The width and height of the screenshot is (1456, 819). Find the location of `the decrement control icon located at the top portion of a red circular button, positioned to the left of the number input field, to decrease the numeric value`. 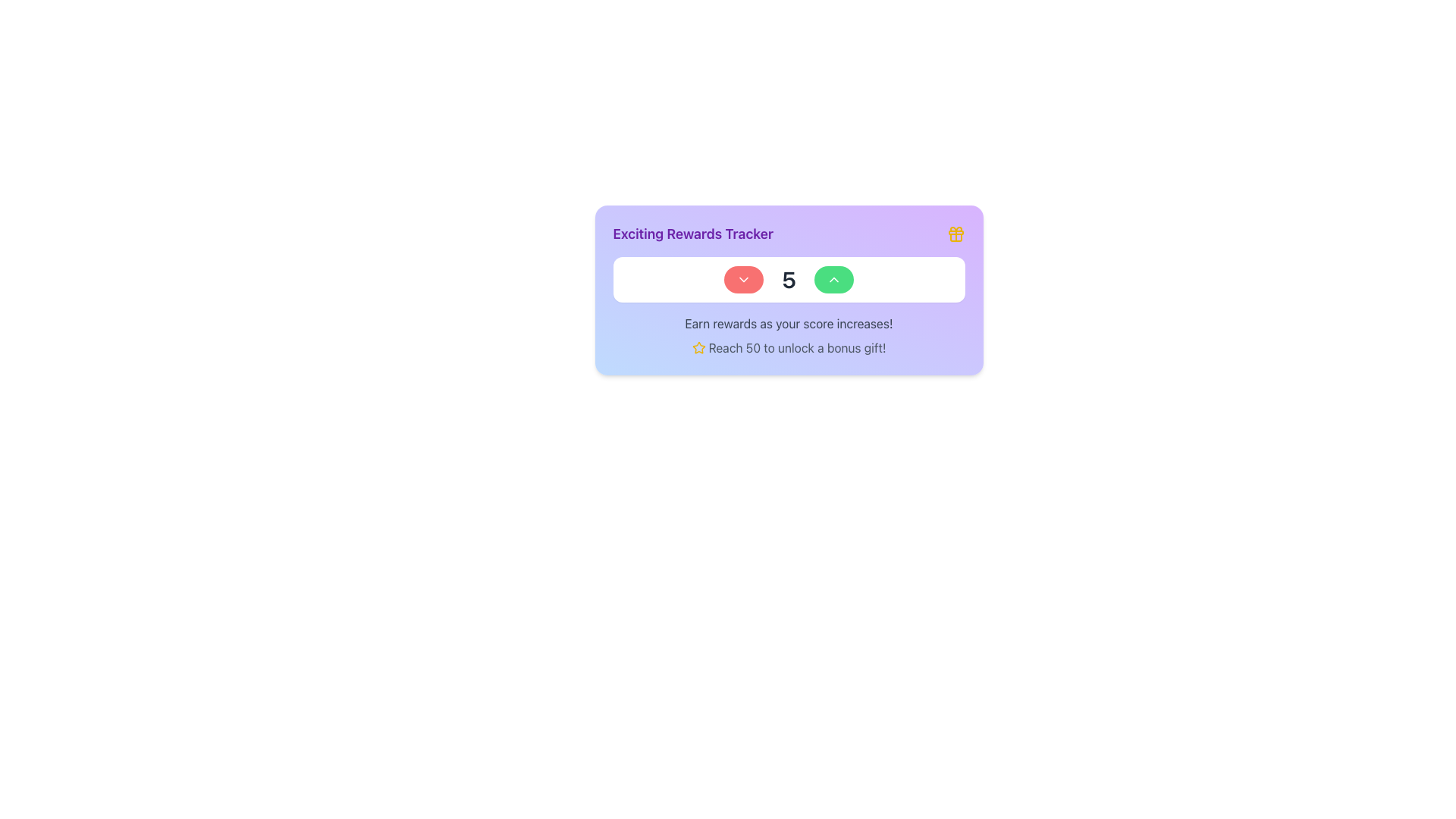

the decrement control icon located at the top portion of a red circular button, positioned to the left of the number input field, to decrease the numeric value is located at coordinates (744, 280).